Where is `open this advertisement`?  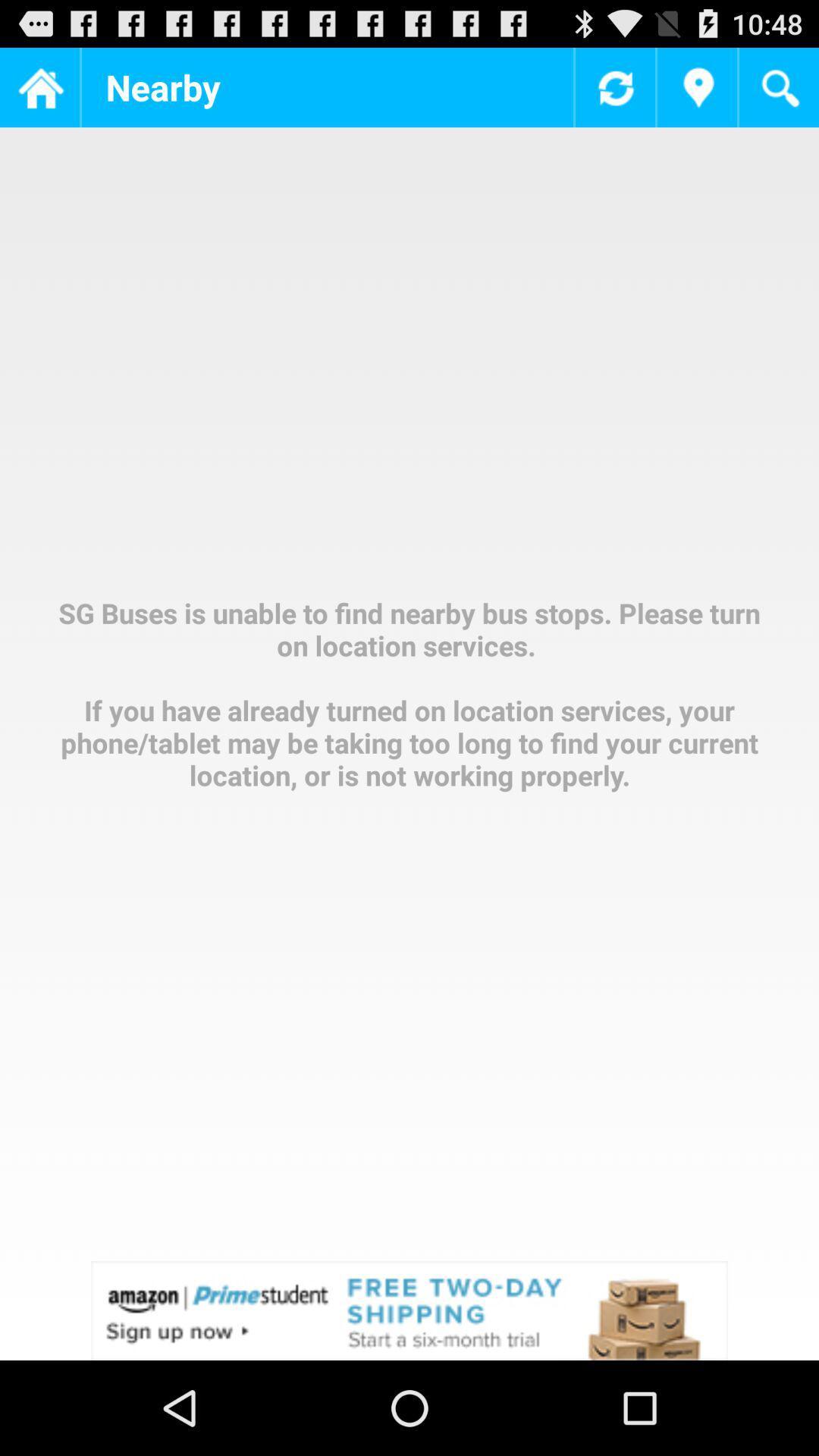 open this advertisement is located at coordinates (409, 1310).